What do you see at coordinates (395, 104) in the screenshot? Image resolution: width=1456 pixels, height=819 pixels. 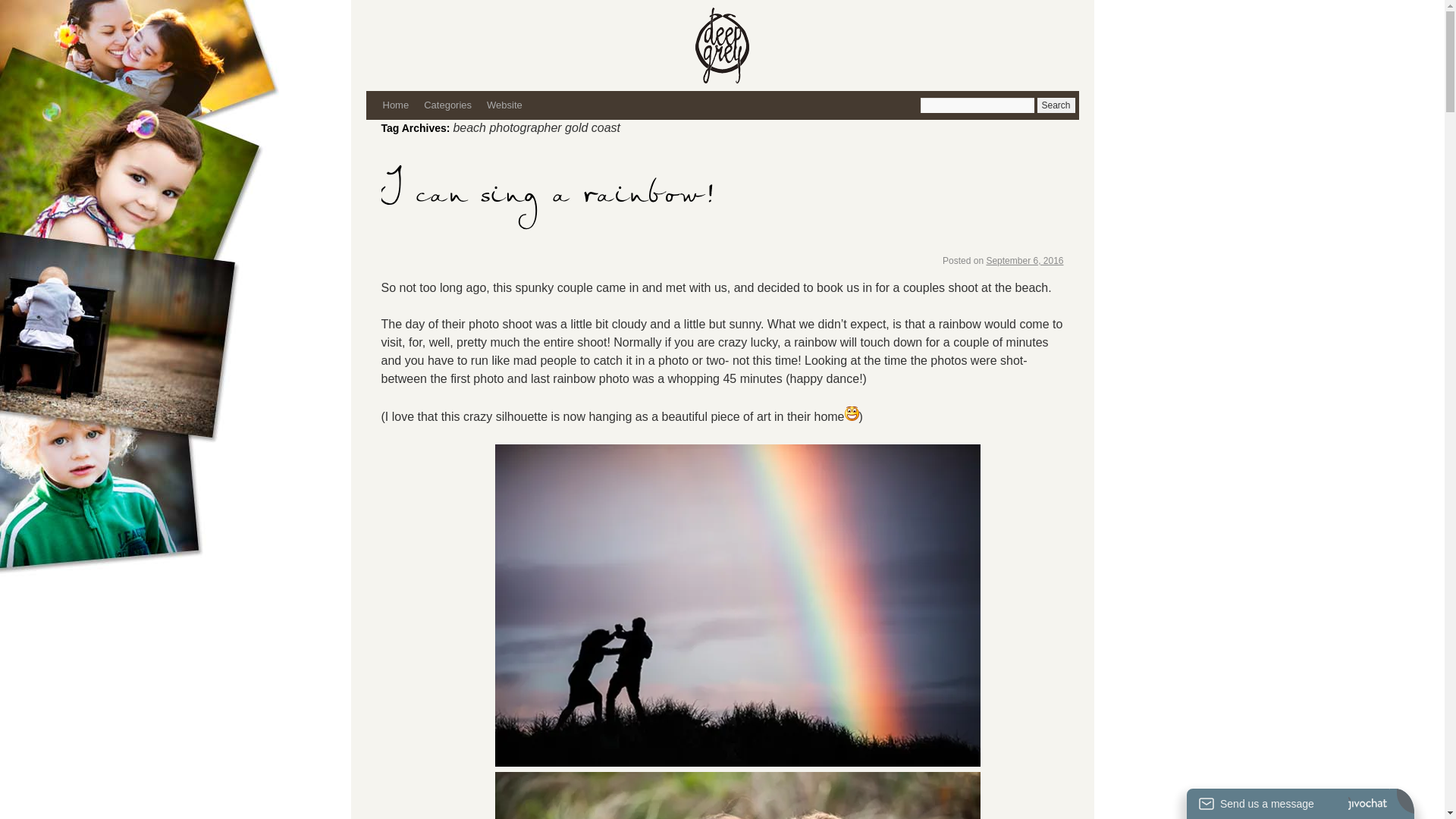 I see `'Home'` at bounding box center [395, 104].